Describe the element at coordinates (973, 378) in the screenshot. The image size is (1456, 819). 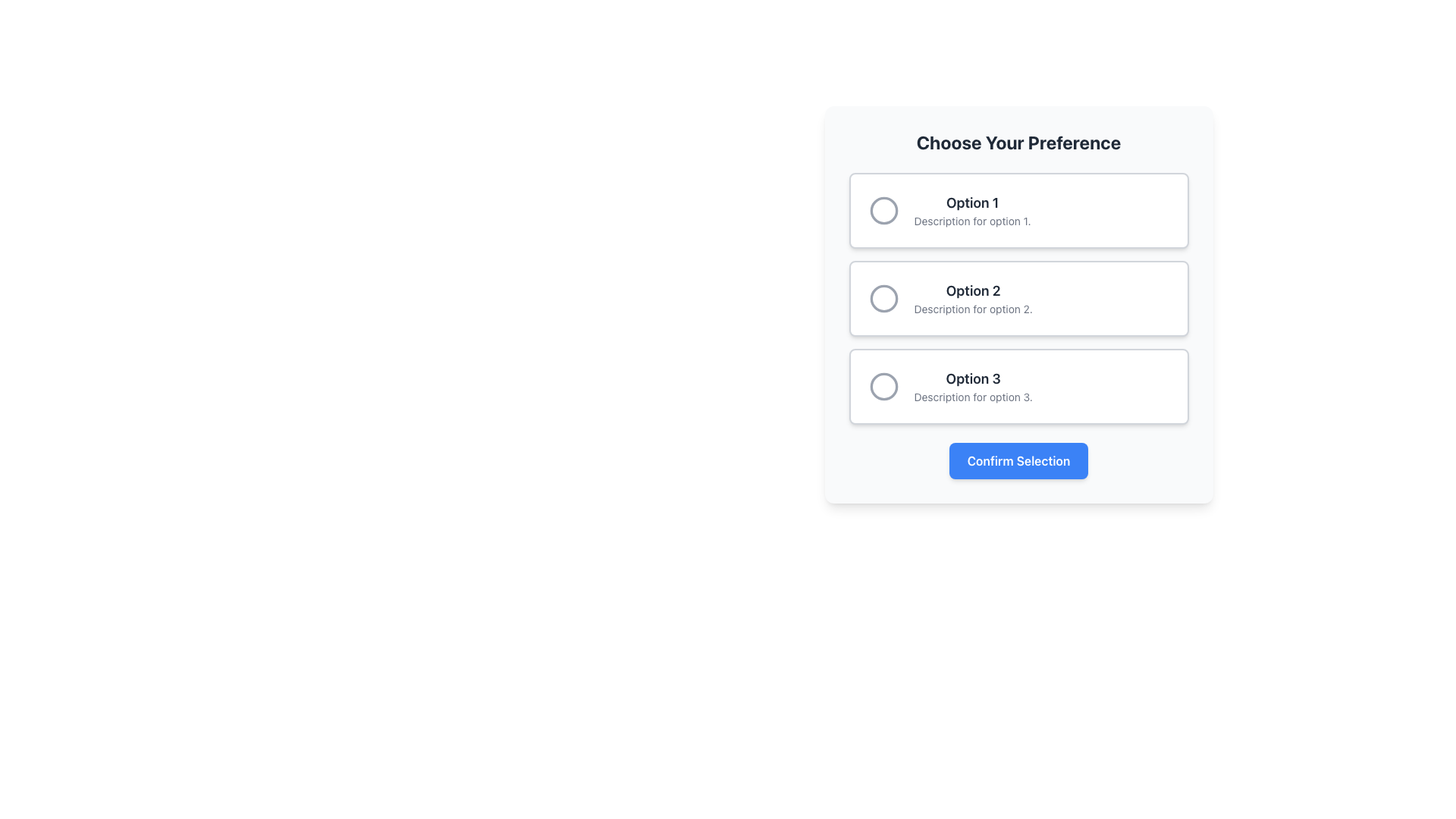
I see `the bolded text header labeled 'Option 3' which is styled in dark gray and located within the third selectable option card in the vertical list` at that location.